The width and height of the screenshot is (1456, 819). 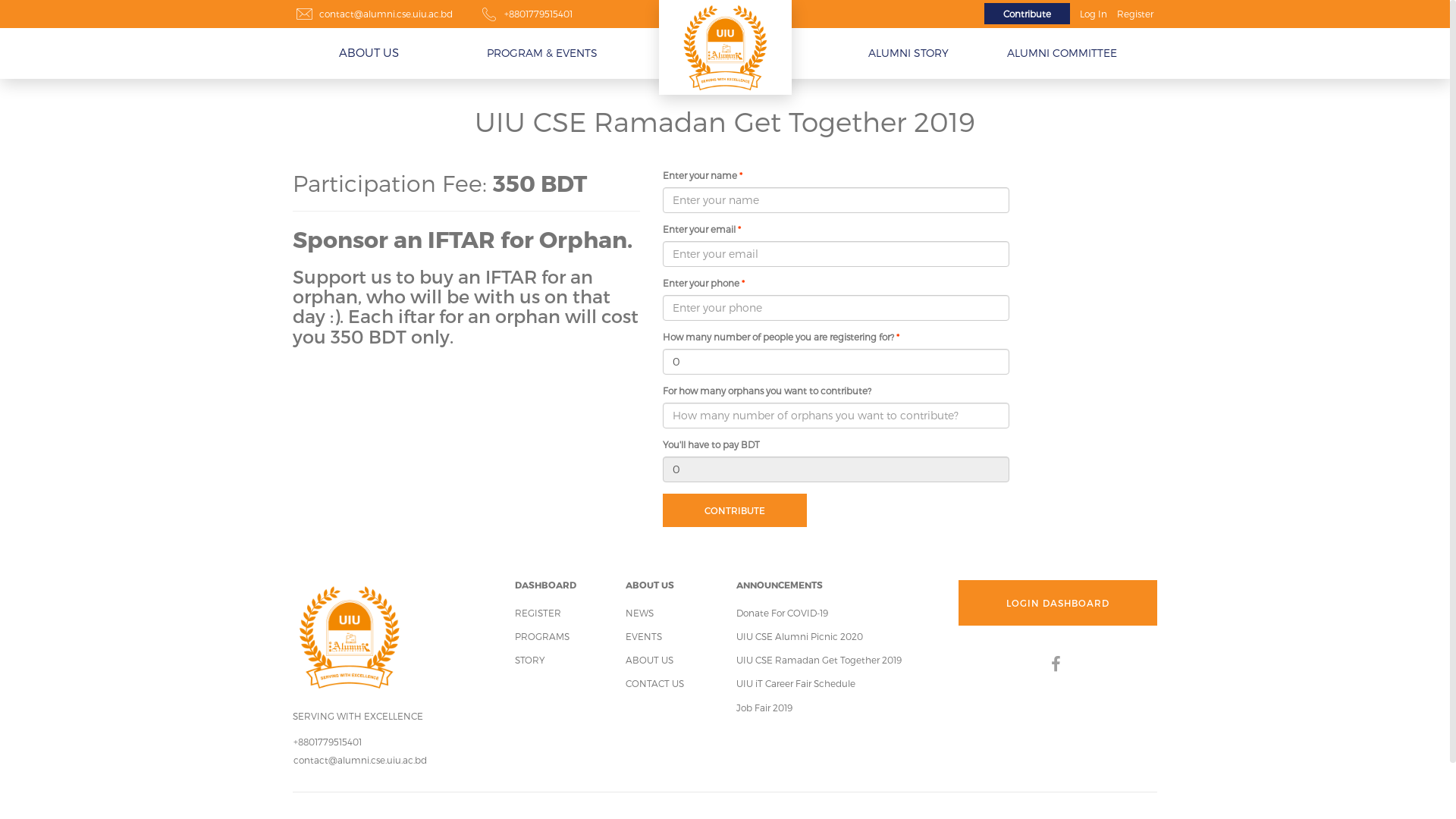 I want to click on 'CONTACT US', so click(x=654, y=683).